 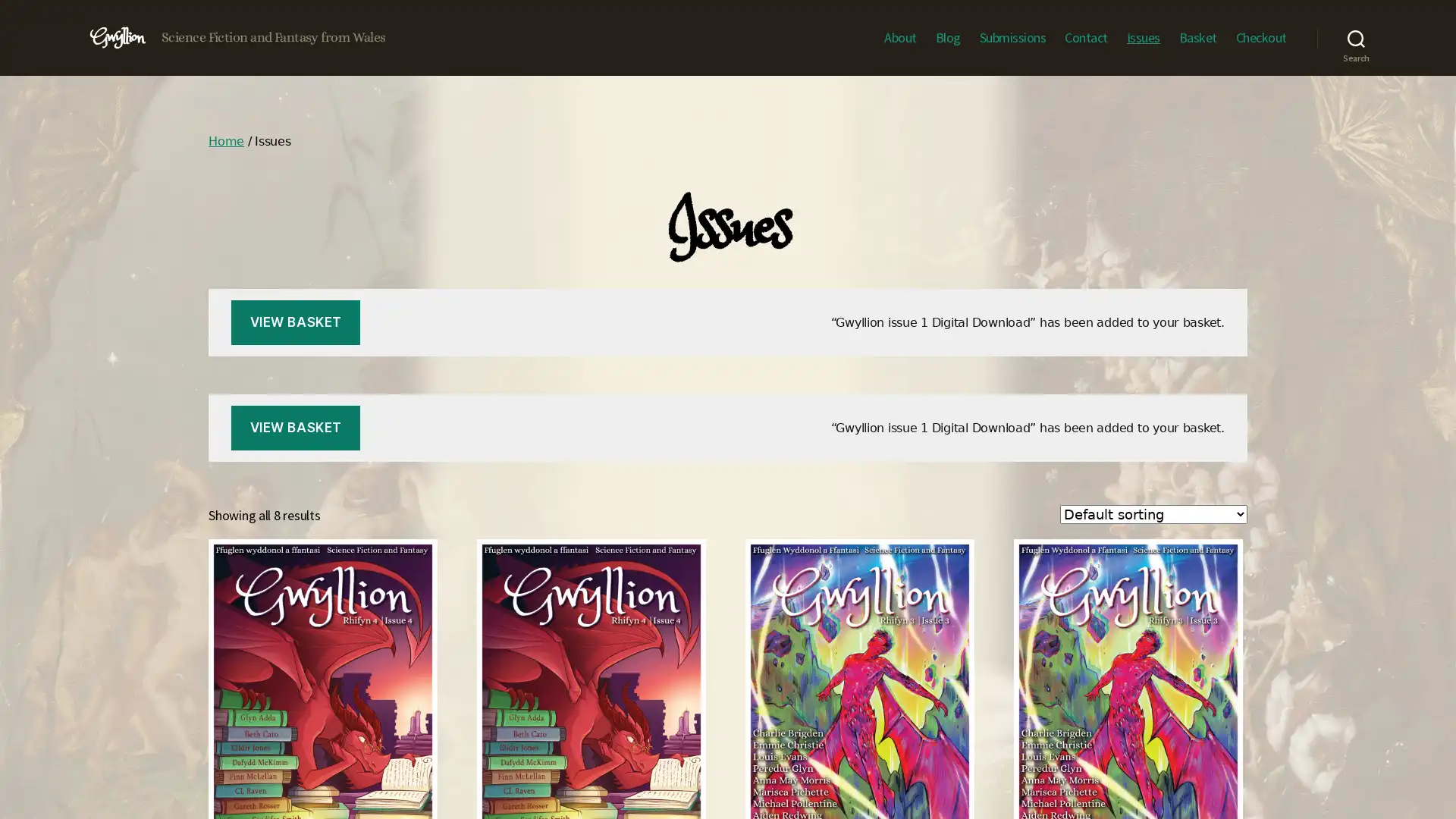 I want to click on Search, so click(x=1356, y=37).